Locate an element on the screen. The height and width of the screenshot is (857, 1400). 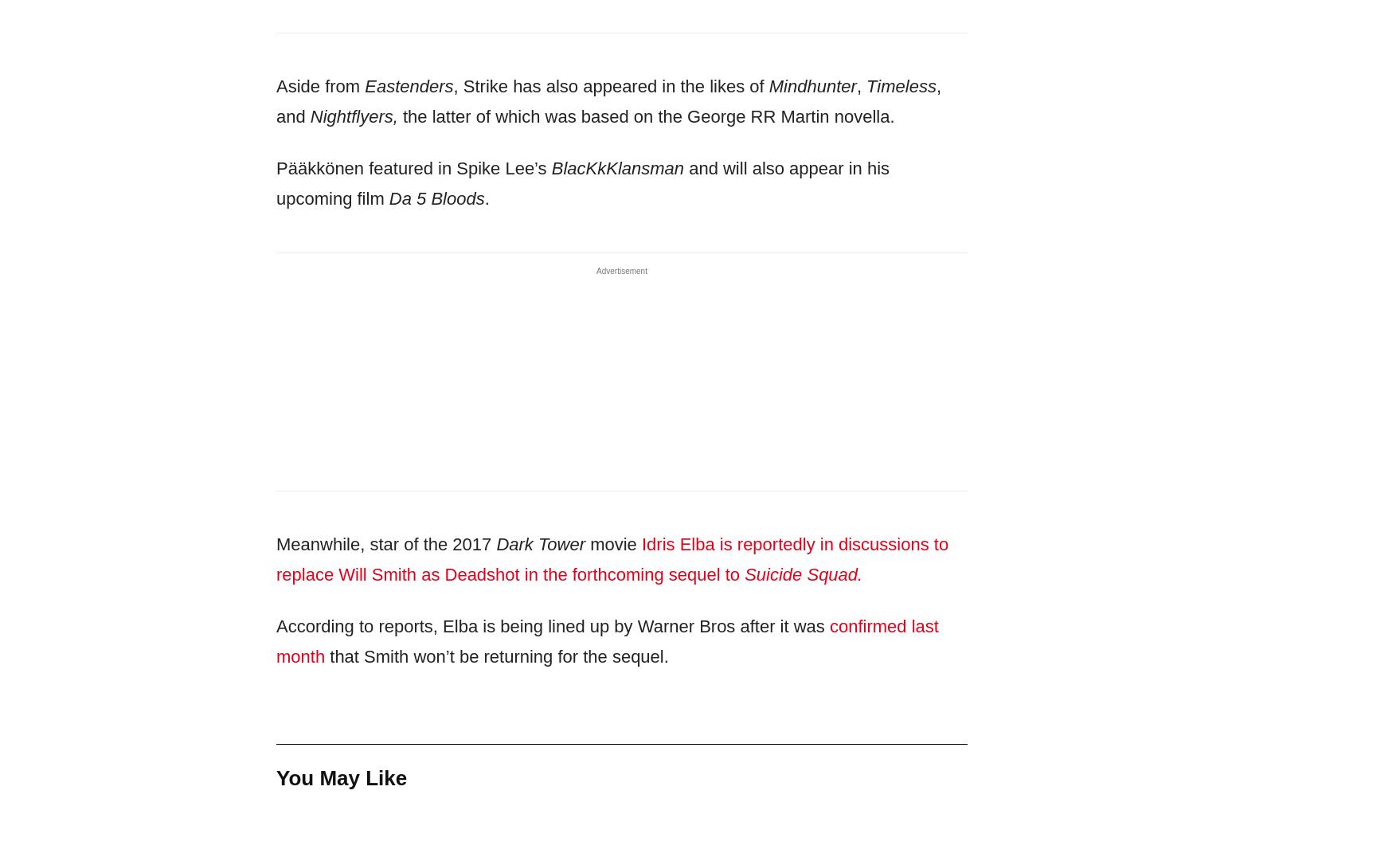
'Timeless' is located at coordinates (897, 85).